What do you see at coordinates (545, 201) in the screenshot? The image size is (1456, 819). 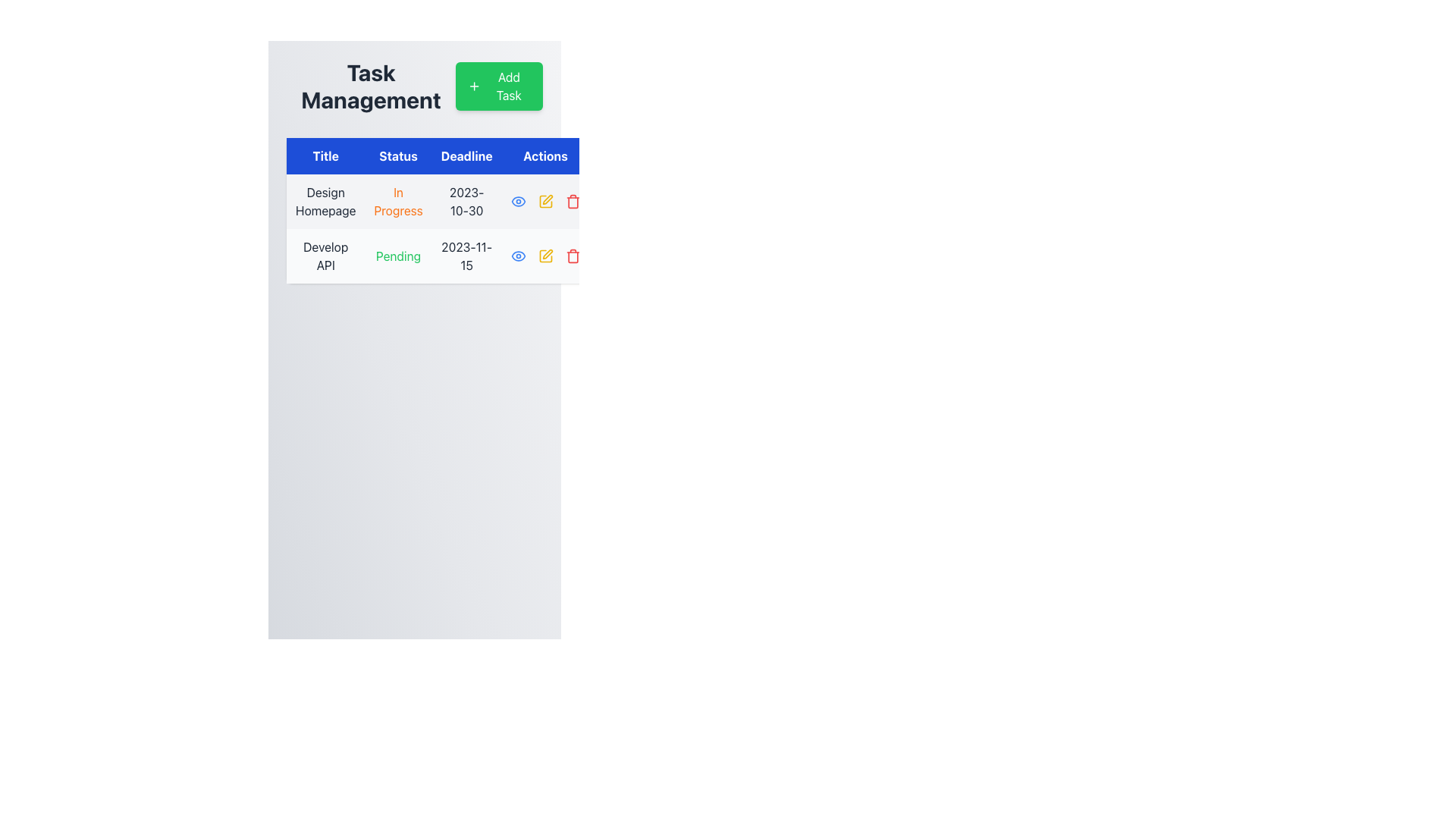 I see `the edit icon button located in the 'Actions' column of the first row of the task management table to initiate editing the task` at bounding box center [545, 201].